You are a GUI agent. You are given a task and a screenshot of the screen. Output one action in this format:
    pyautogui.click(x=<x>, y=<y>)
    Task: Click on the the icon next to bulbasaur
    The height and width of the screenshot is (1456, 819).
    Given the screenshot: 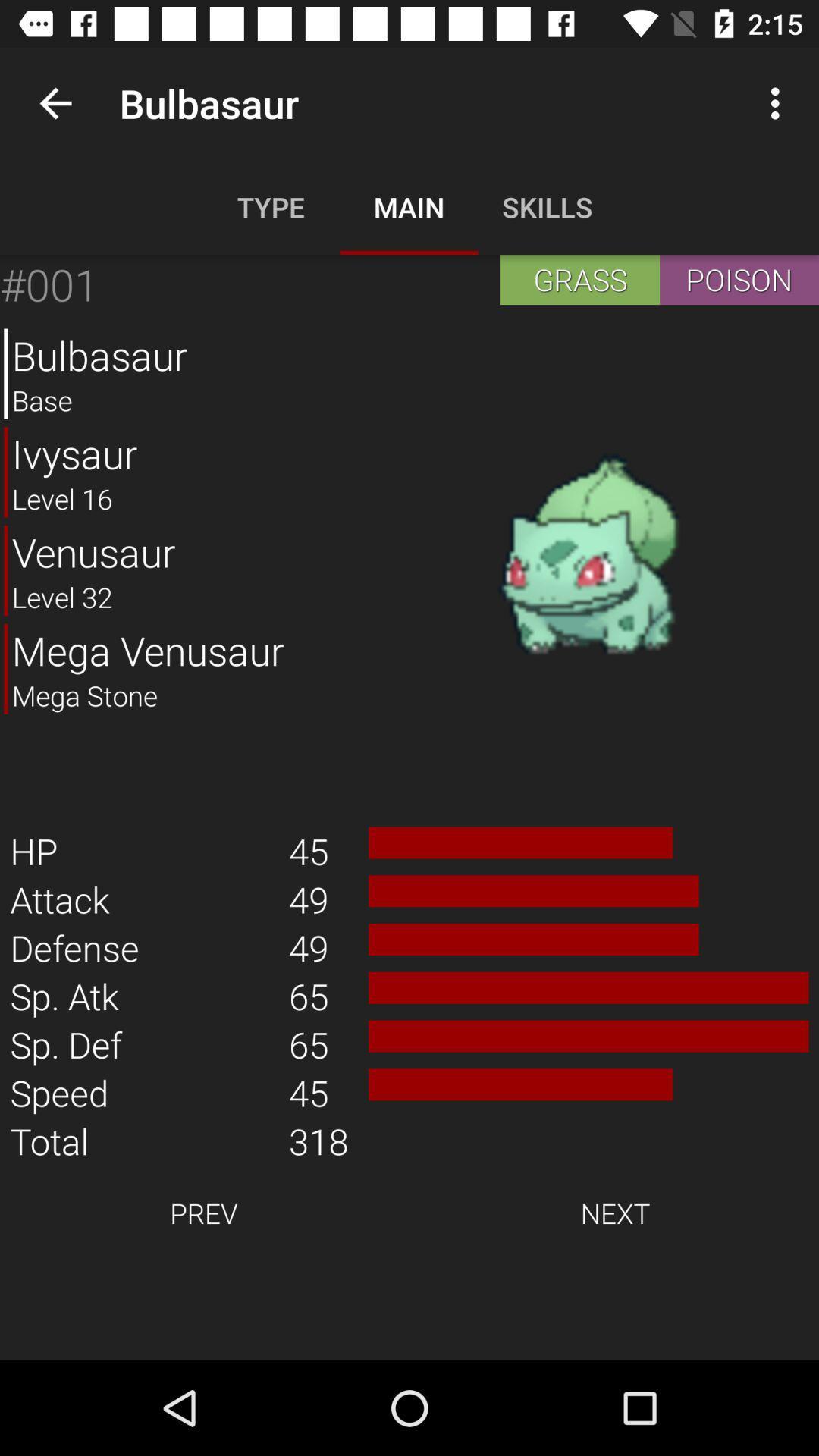 What is the action you would take?
    pyautogui.click(x=588, y=555)
    